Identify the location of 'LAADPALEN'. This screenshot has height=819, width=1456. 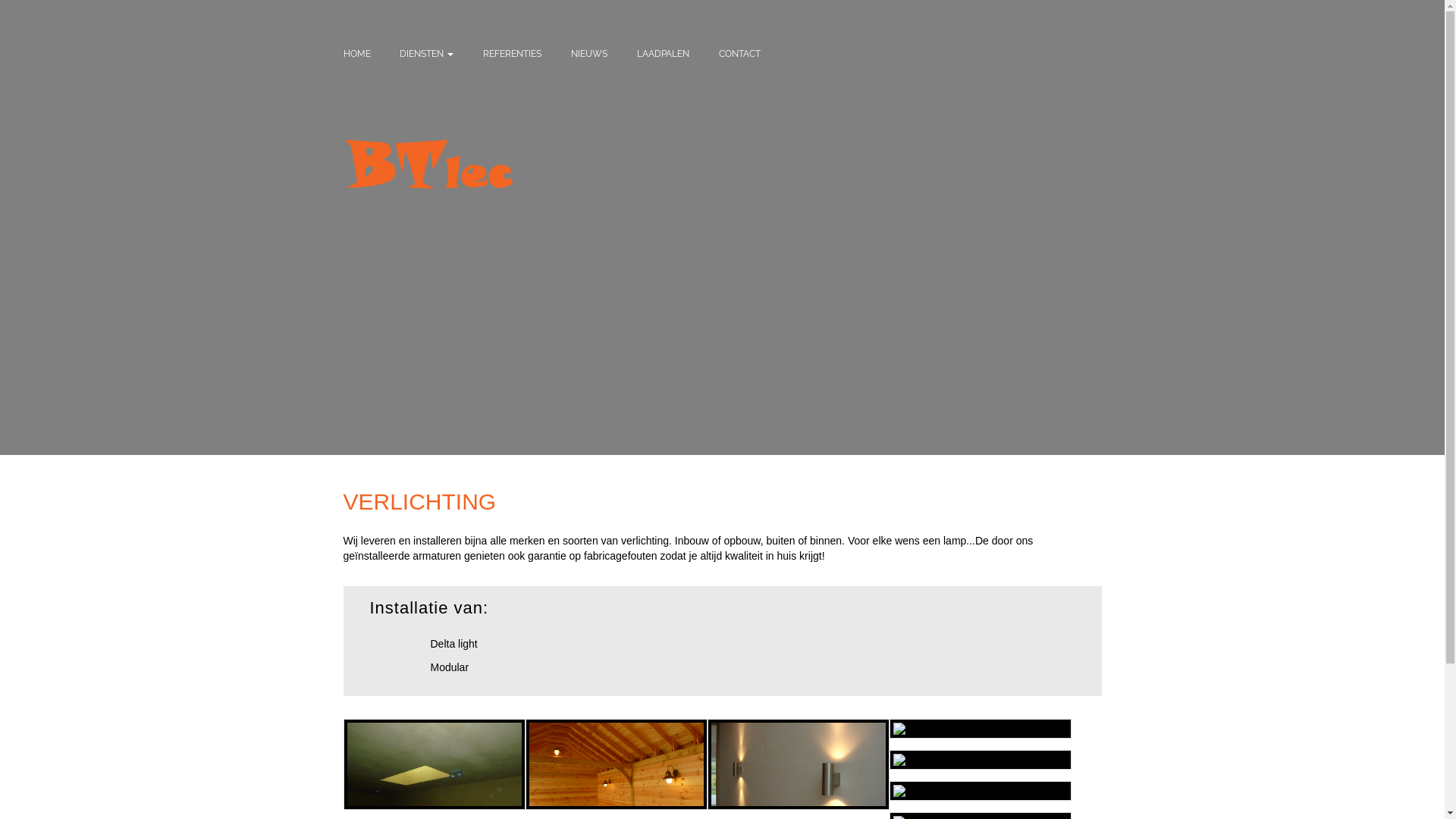
(663, 52).